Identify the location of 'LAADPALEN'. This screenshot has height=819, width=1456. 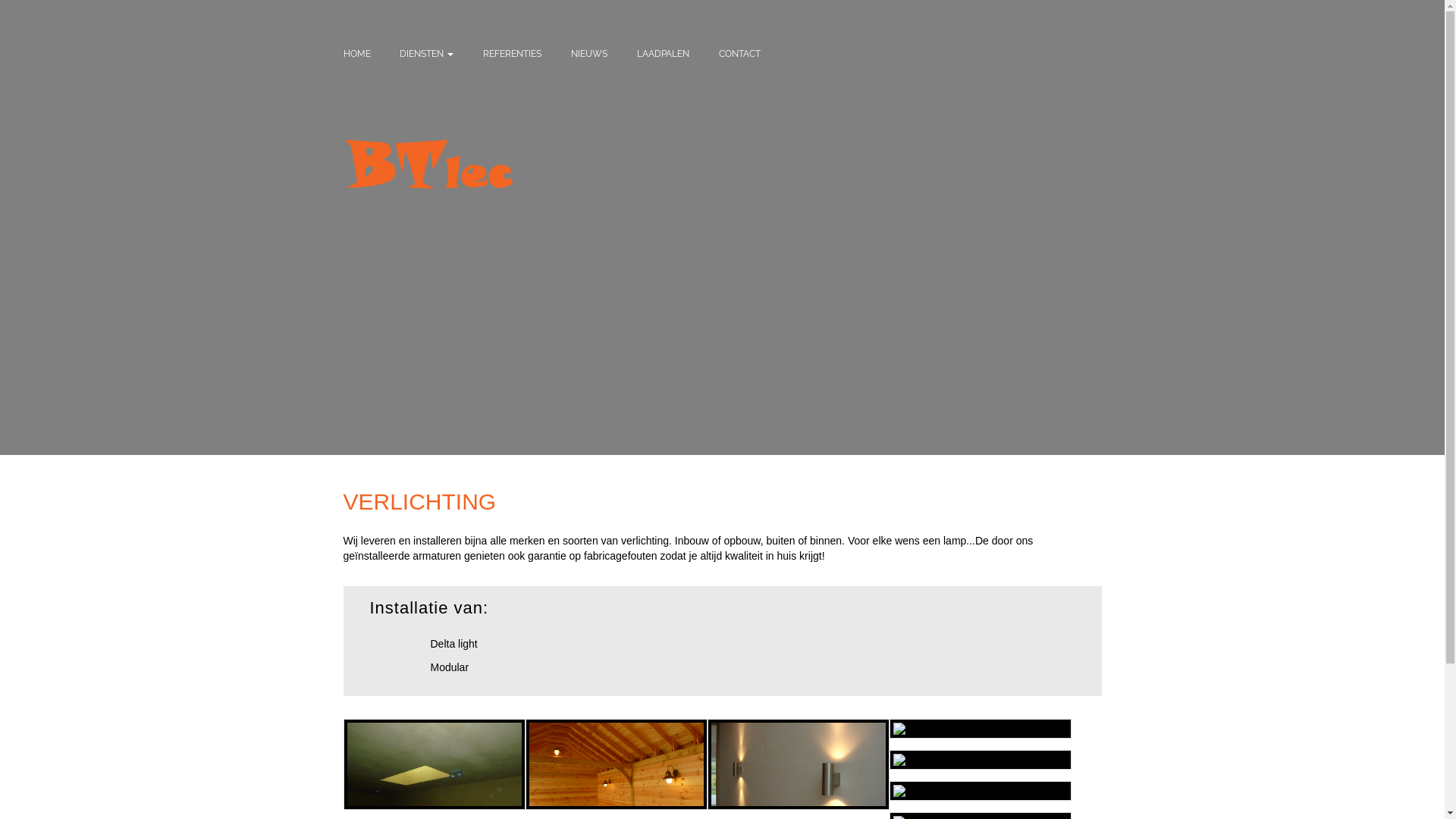
(663, 52).